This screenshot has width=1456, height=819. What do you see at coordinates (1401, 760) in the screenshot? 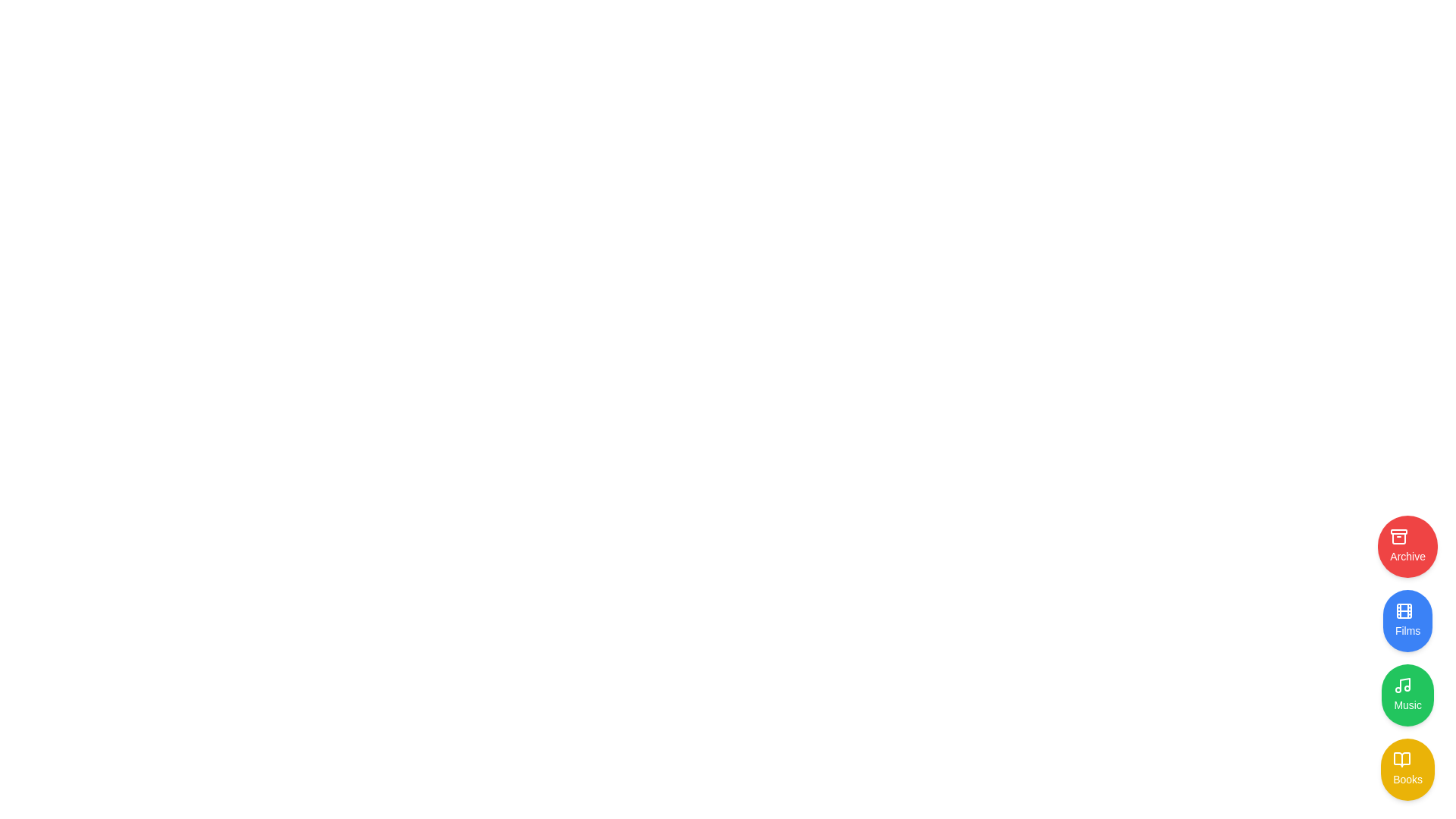
I see `the 'Books' icon segment, which is part of a vertical navigation group of circular buttons on the right side of the interface` at bounding box center [1401, 760].